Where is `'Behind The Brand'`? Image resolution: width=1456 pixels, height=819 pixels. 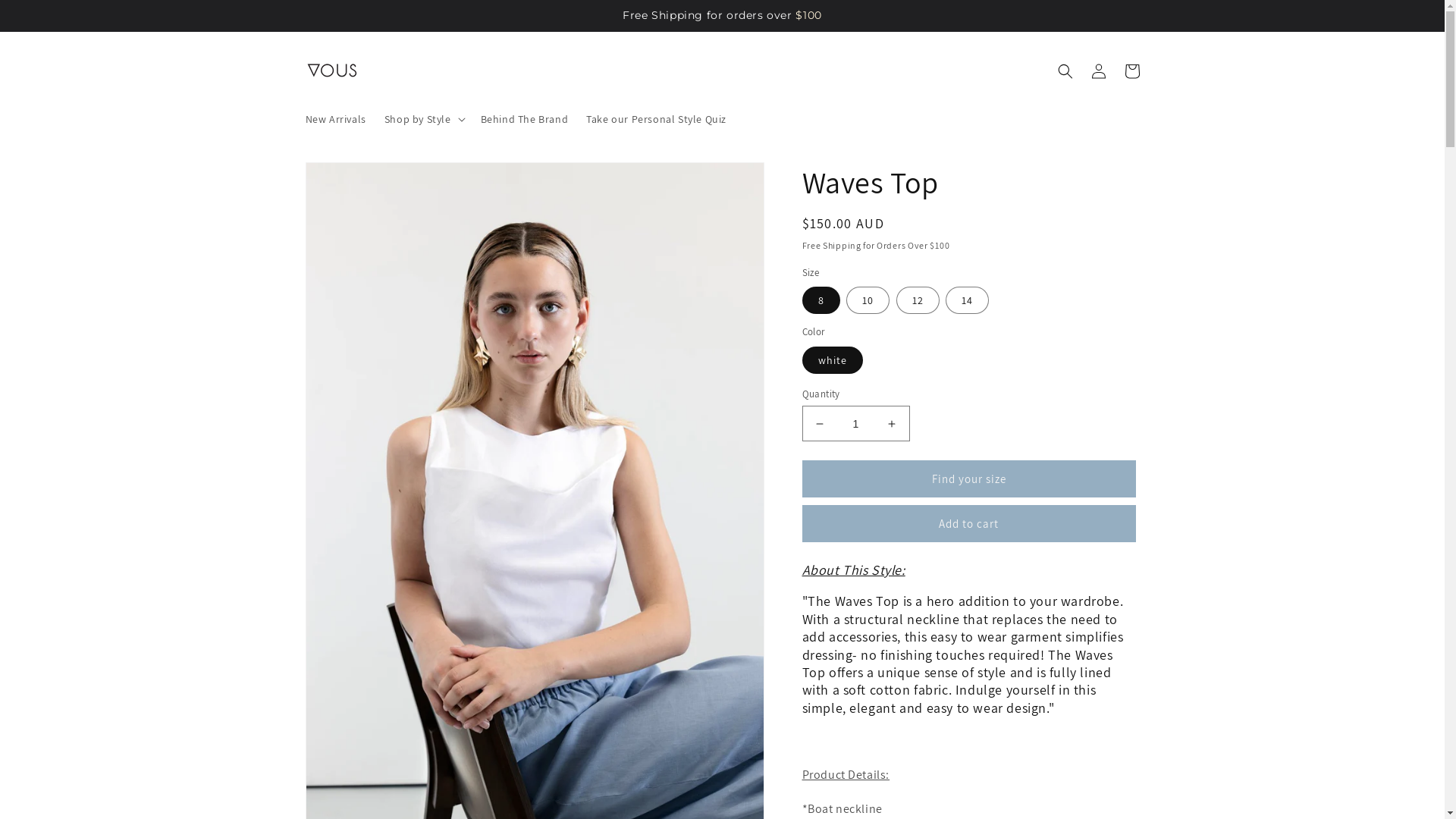 'Behind The Brand' is located at coordinates (524, 118).